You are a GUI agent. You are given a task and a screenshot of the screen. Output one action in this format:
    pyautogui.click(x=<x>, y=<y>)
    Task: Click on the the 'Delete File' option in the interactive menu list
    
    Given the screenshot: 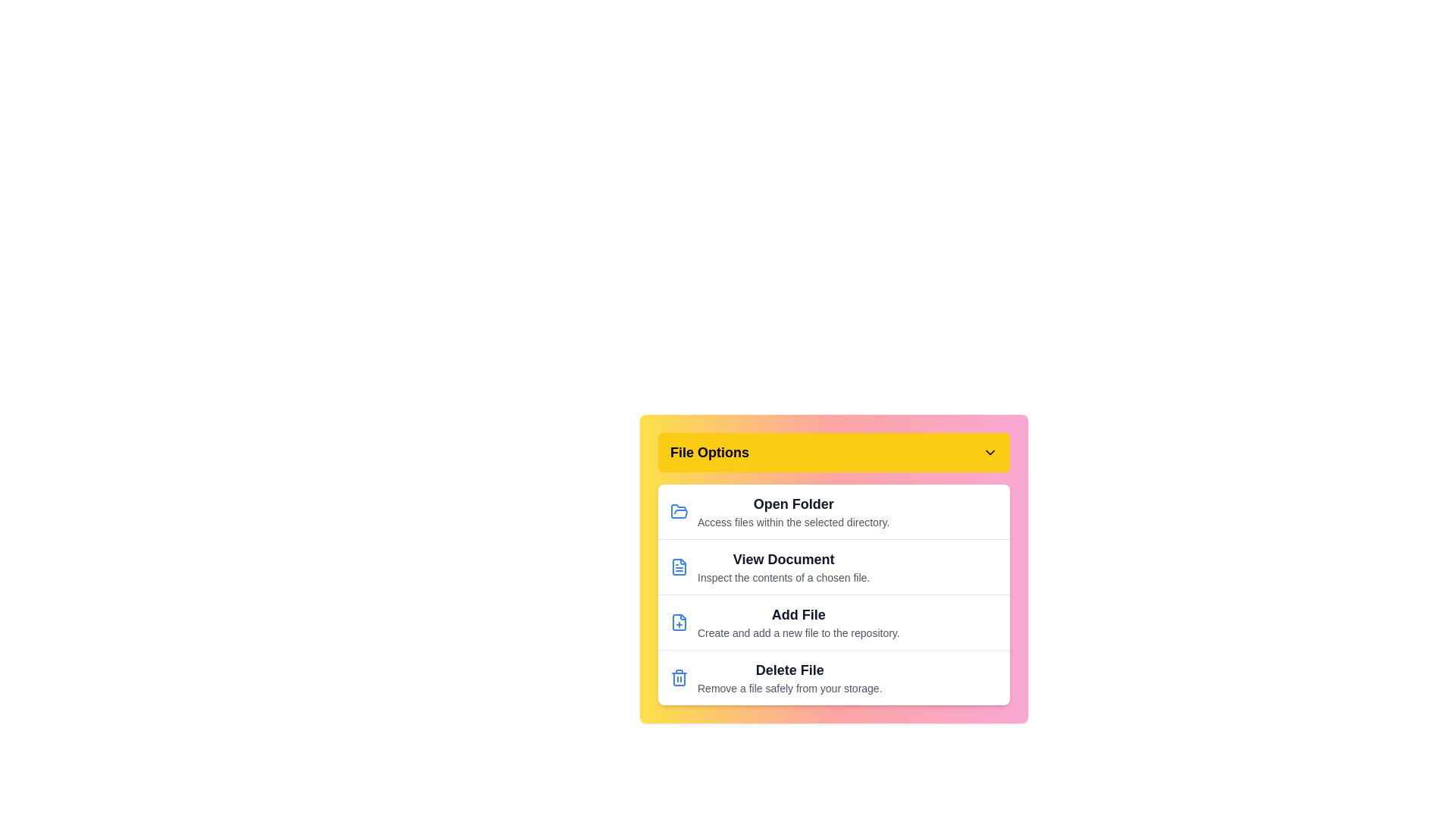 What is the action you would take?
    pyautogui.click(x=833, y=676)
    